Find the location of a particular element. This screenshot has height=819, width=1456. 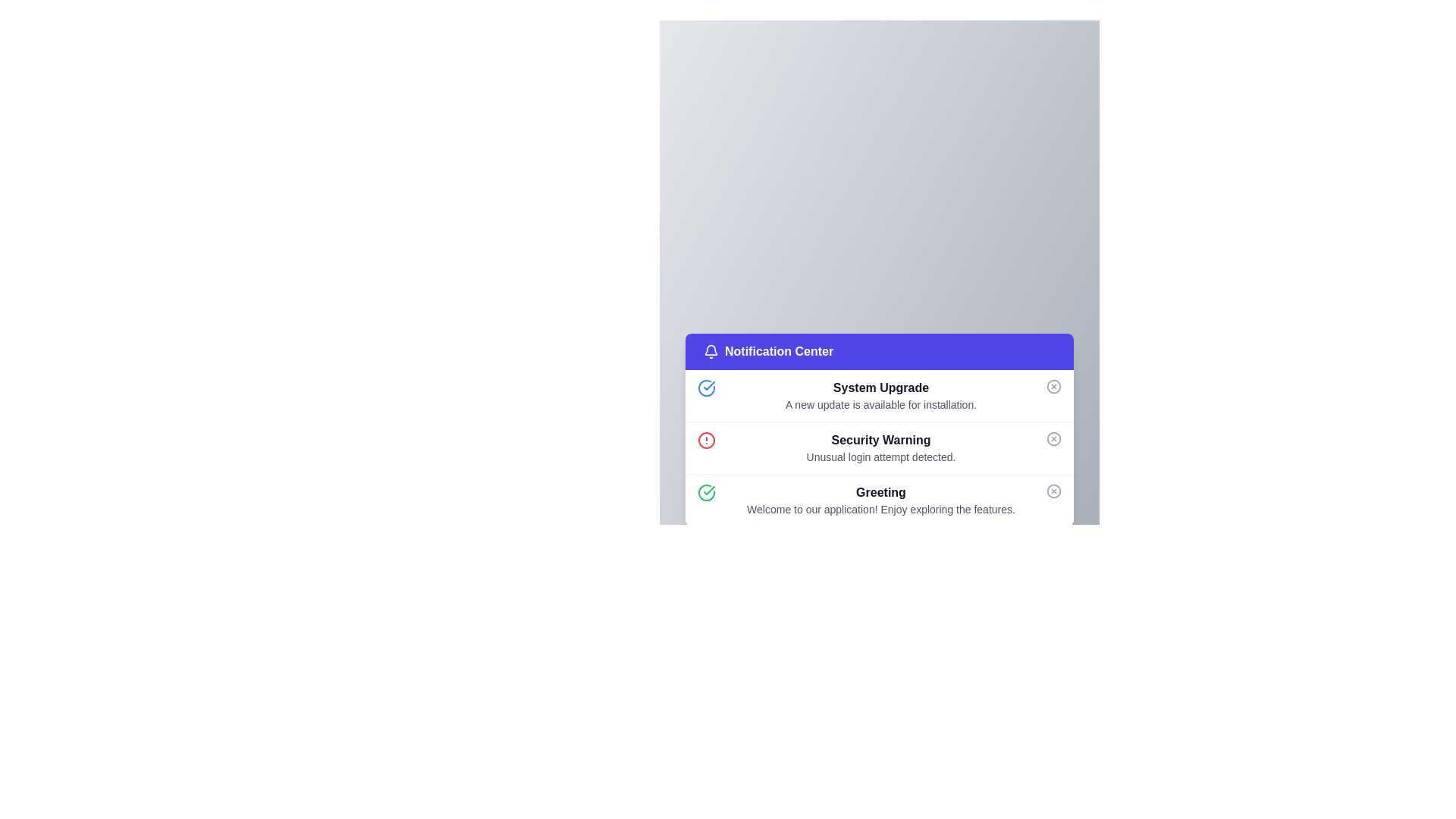

the success indicator icon located within the 'Greeting' item in the notifications list, positioned on the left side of the item's row is located at coordinates (708, 385).